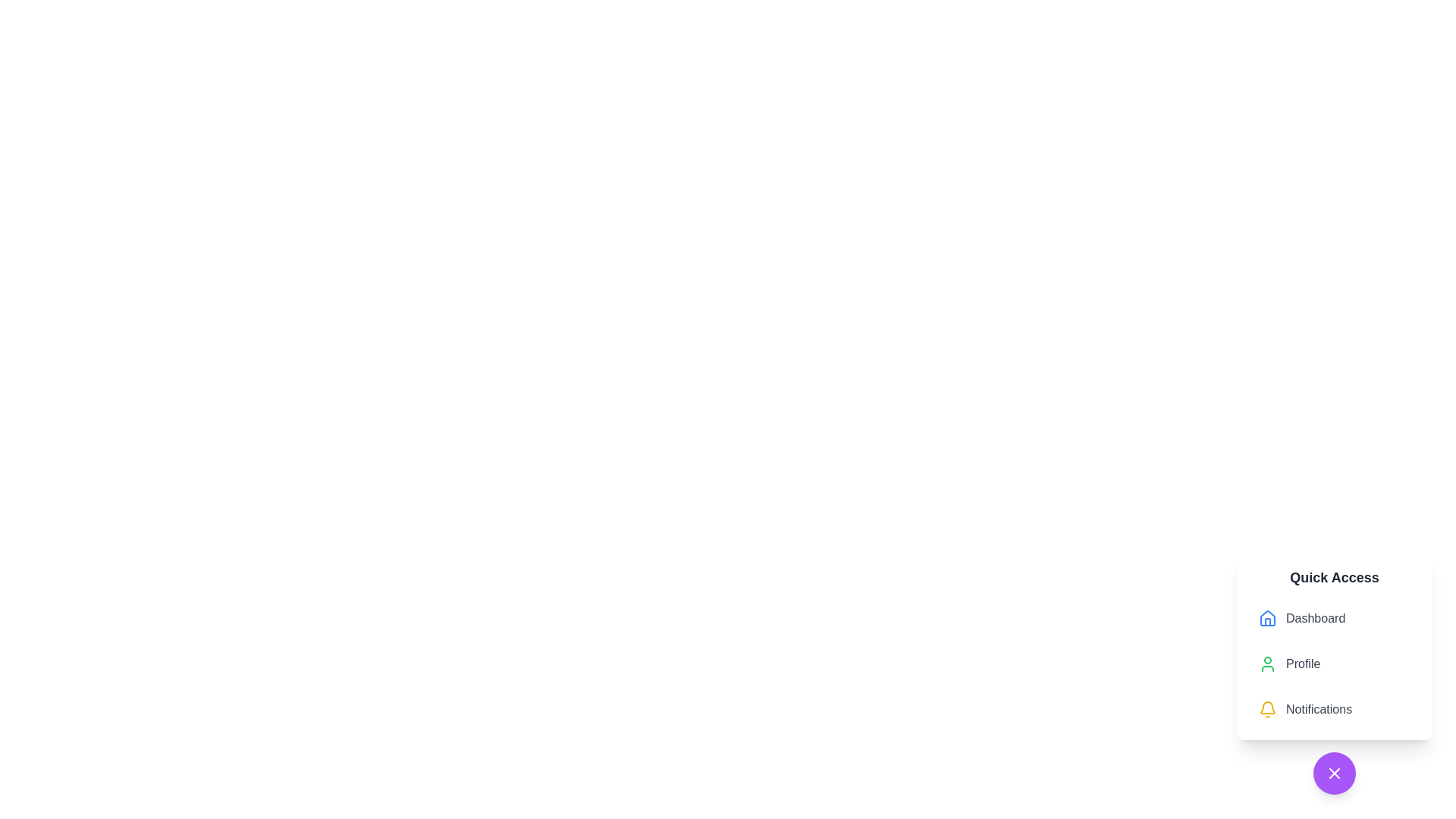  Describe the element at coordinates (1267, 619) in the screenshot. I see `the blue house icon representing the 'Dashboard' menu option located in the 'Quick Access' menu by clicking on it` at that location.